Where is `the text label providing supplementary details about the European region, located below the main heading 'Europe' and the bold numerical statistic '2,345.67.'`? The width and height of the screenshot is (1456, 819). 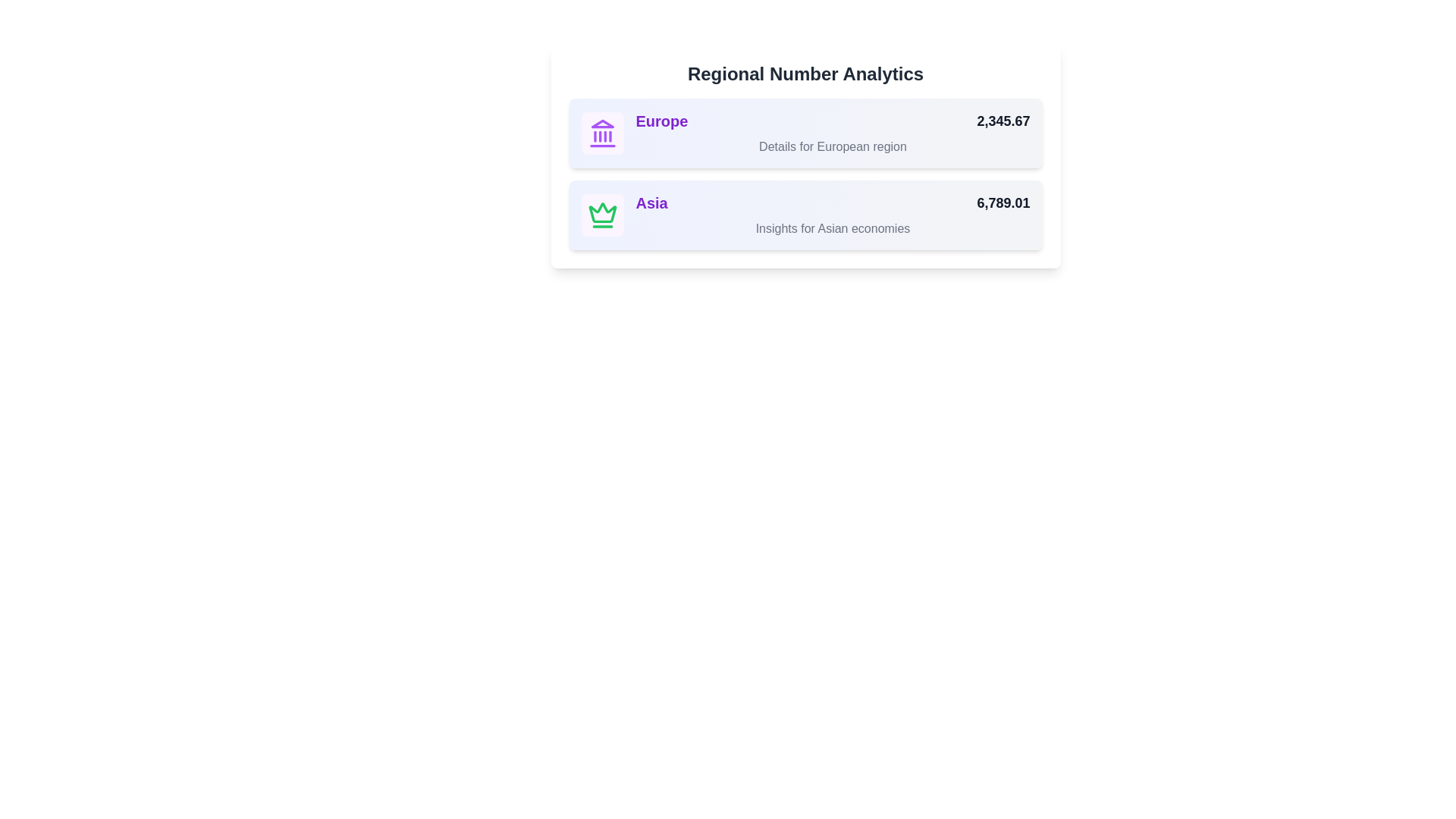
the text label providing supplementary details about the European region, located below the main heading 'Europe' and the bold numerical statistic '2,345.67.' is located at coordinates (832, 146).